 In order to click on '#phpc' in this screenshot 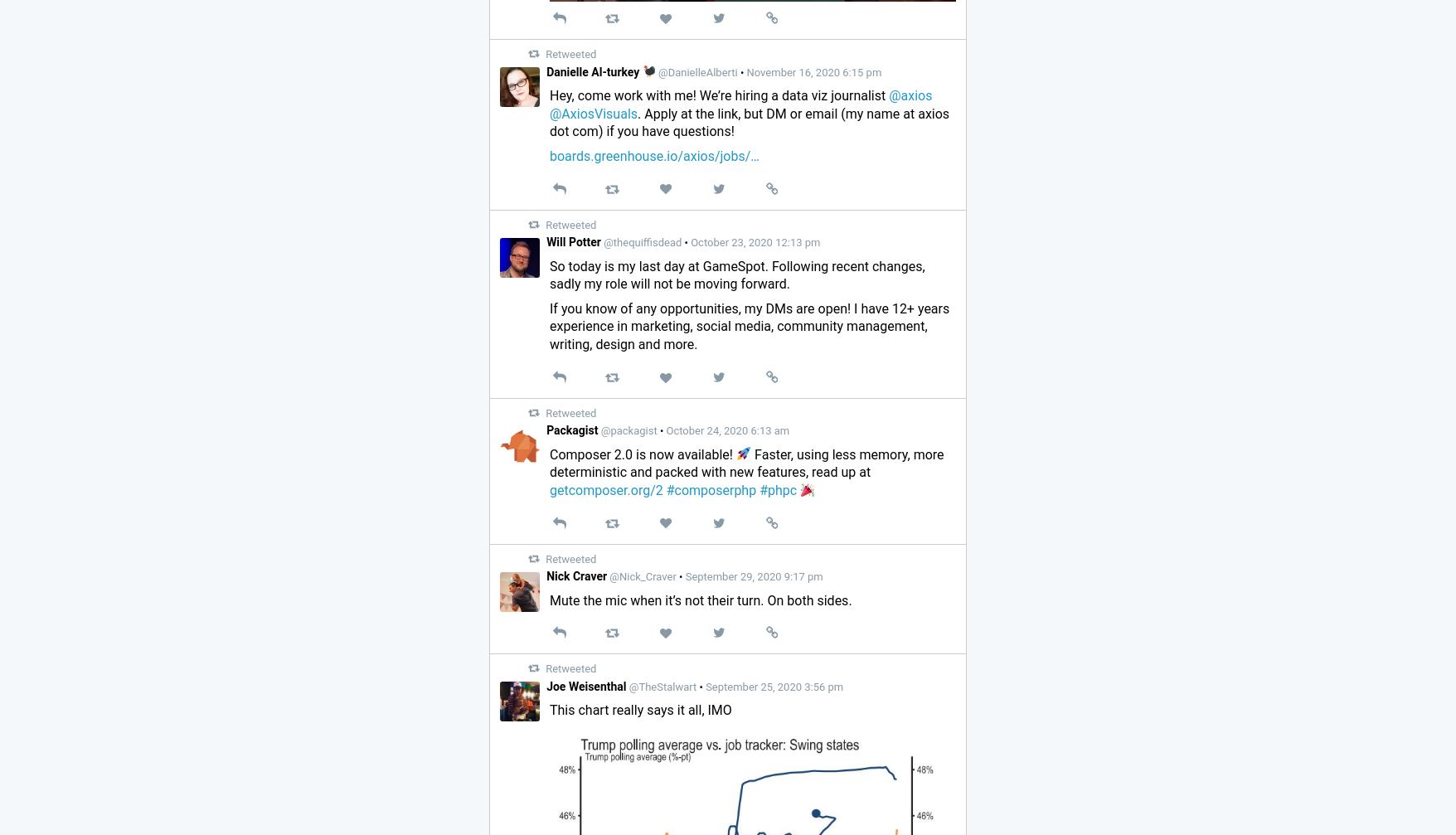, I will do `click(778, 488)`.